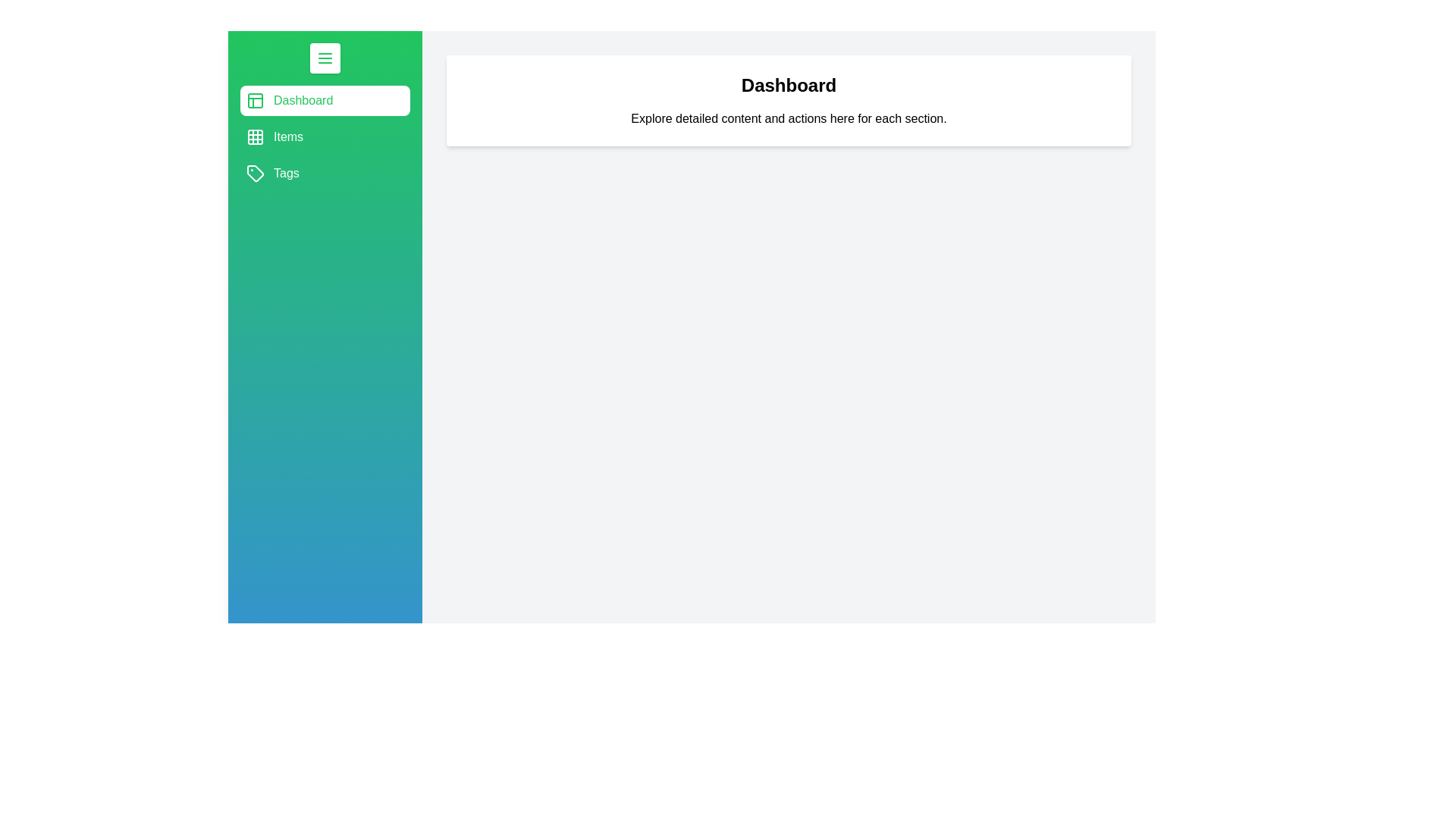  I want to click on the menu button to toggle the drawer visibility, so click(324, 58).